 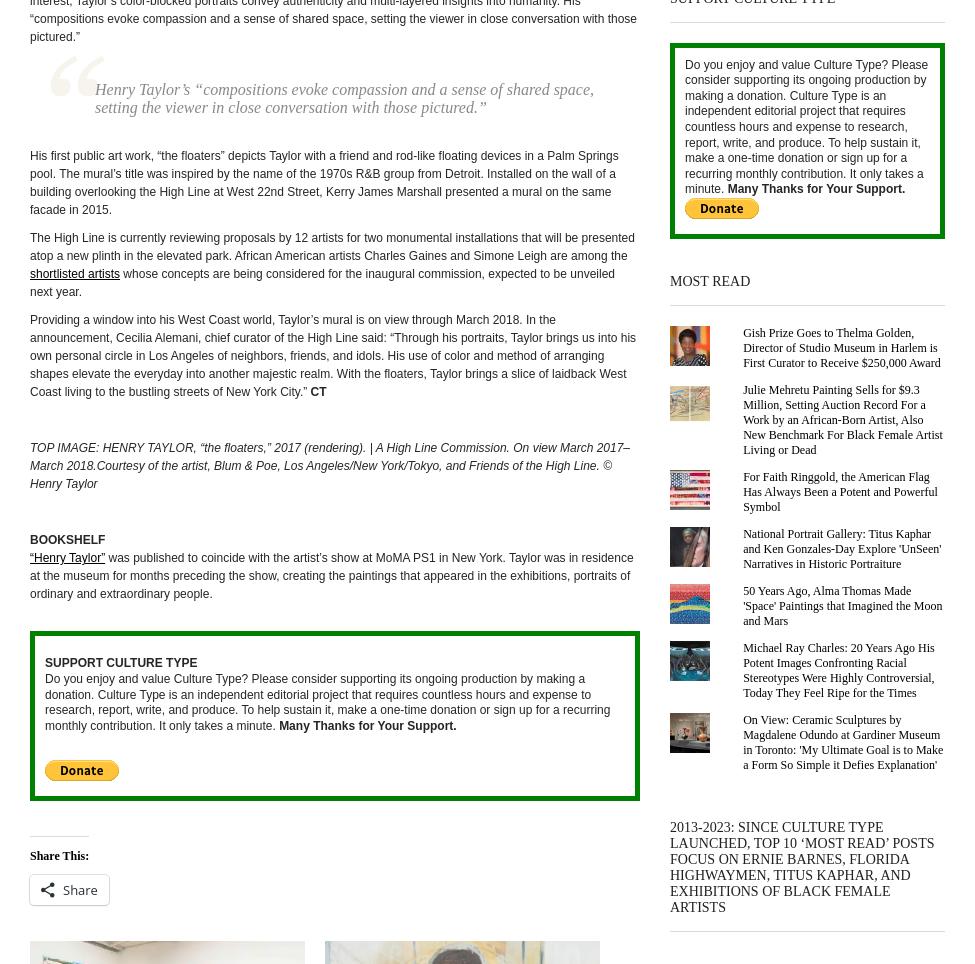 I want to click on 'shortlisted artists', so click(x=74, y=272).